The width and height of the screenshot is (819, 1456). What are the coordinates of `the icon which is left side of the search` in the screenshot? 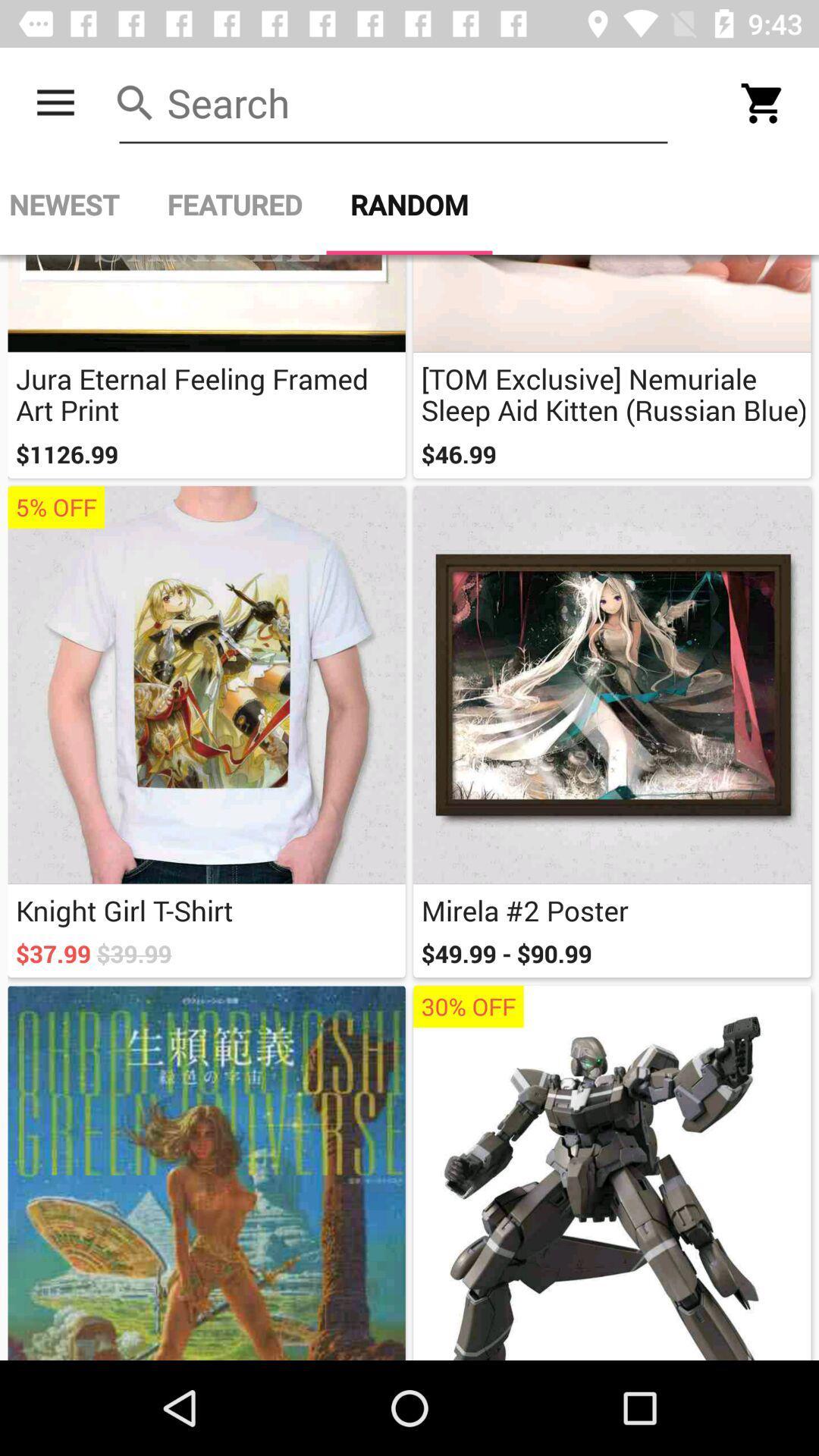 It's located at (134, 102).